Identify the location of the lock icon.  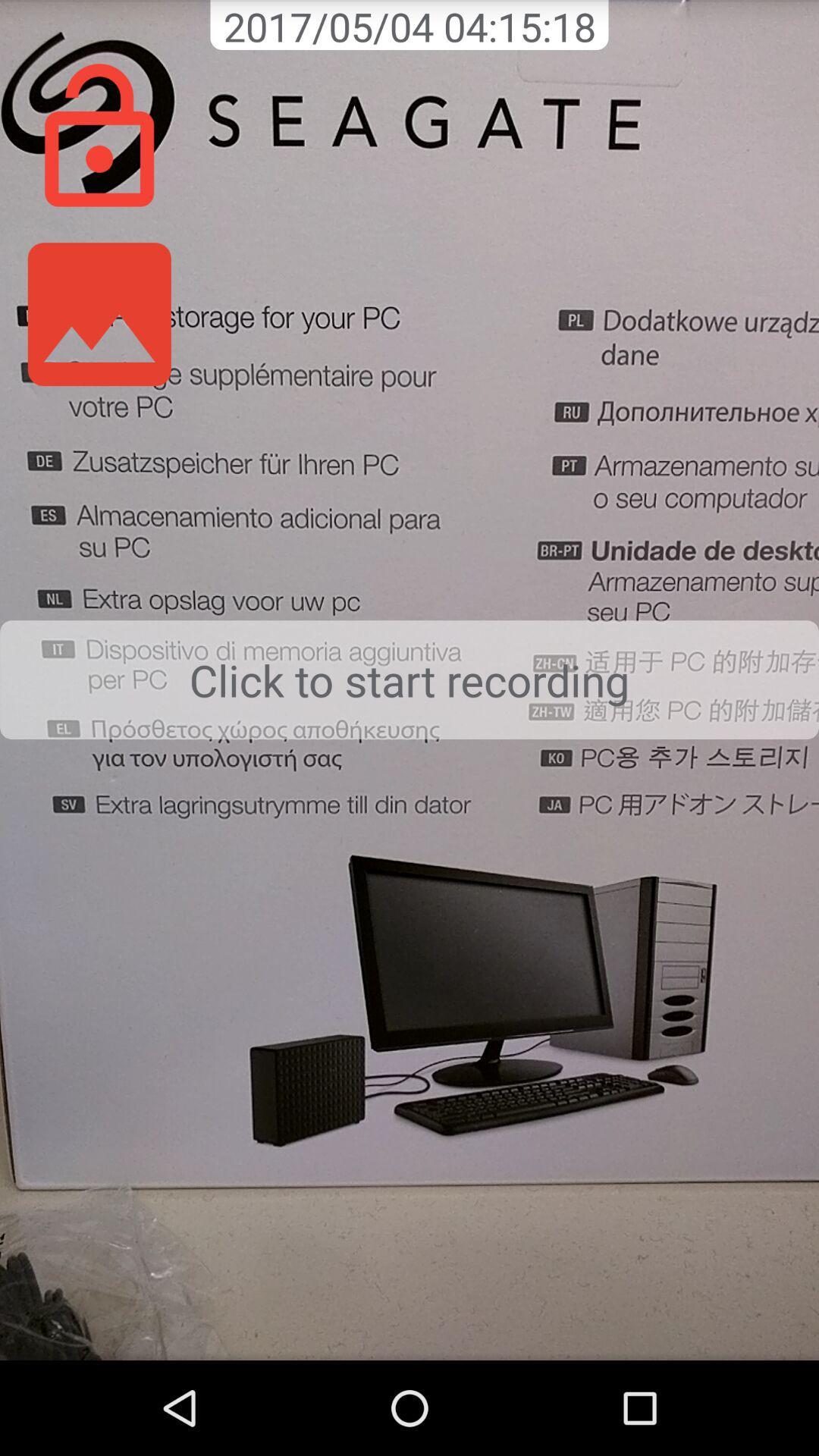
(99, 145).